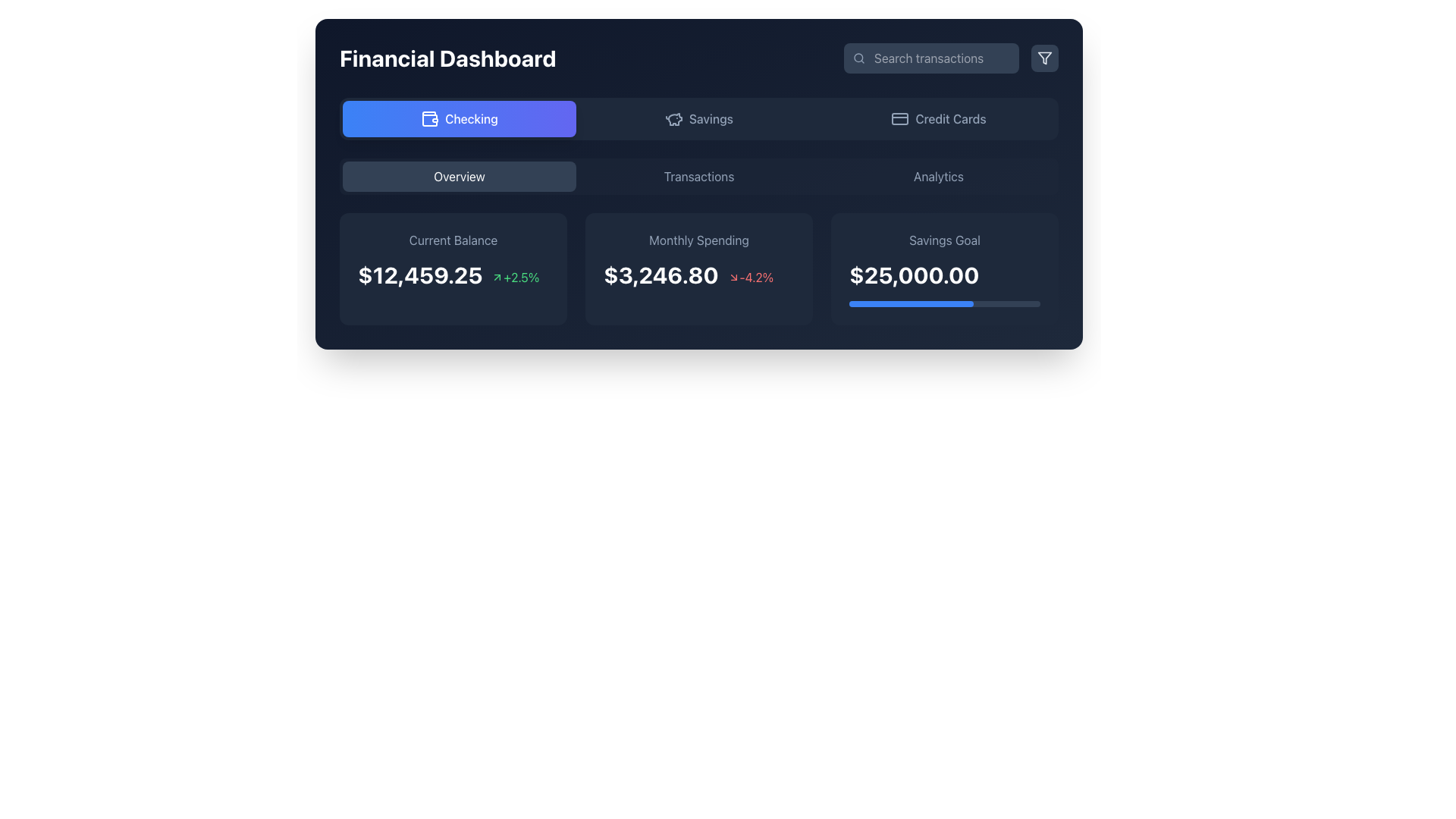 The image size is (1456, 819). What do you see at coordinates (858, 58) in the screenshot?
I see `the search icon located in the left section of the search bar in the top-right corner of the interface` at bounding box center [858, 58].